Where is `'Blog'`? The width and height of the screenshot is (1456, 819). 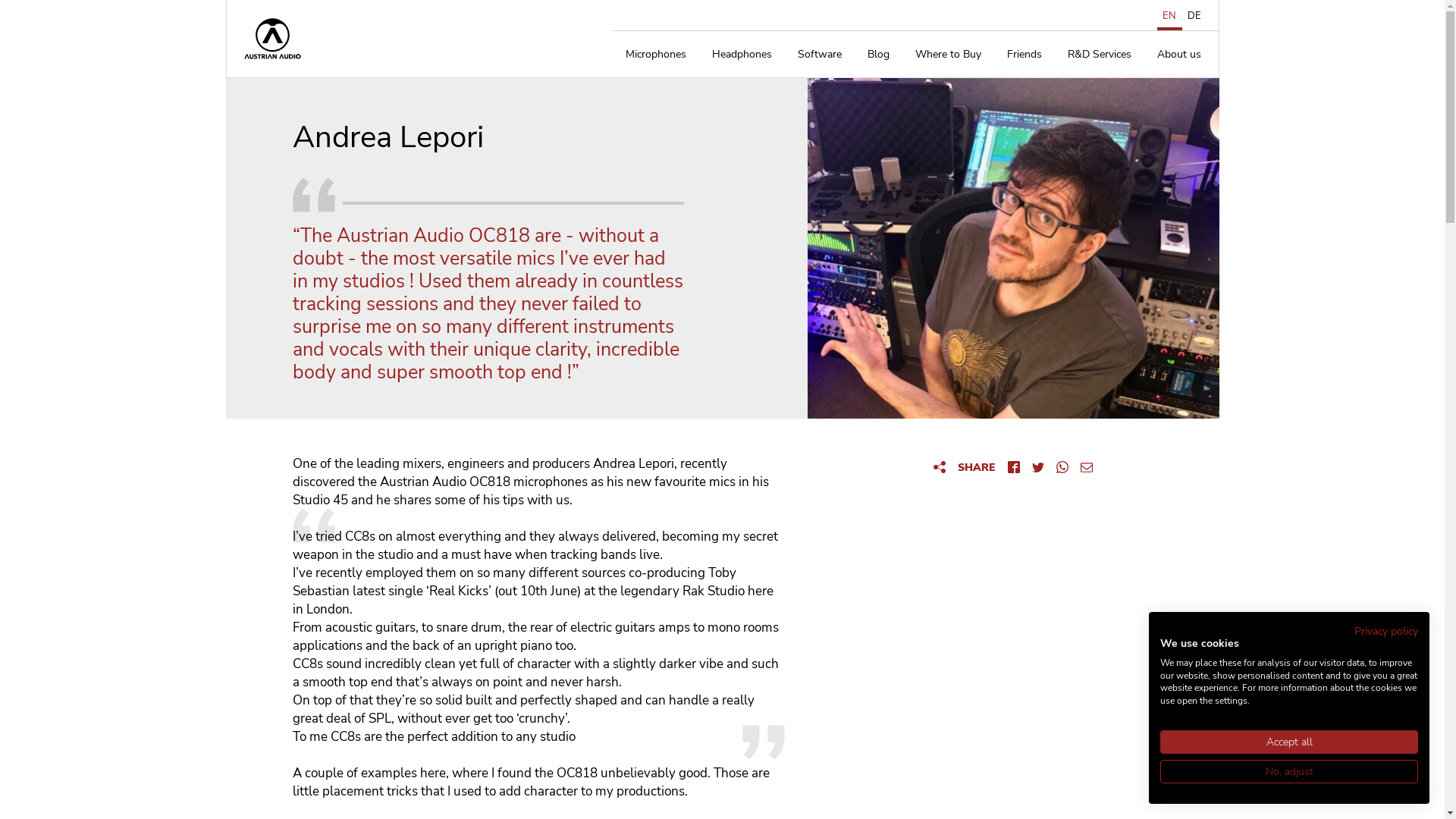
'Blog' is located at coordinates (877, 54).